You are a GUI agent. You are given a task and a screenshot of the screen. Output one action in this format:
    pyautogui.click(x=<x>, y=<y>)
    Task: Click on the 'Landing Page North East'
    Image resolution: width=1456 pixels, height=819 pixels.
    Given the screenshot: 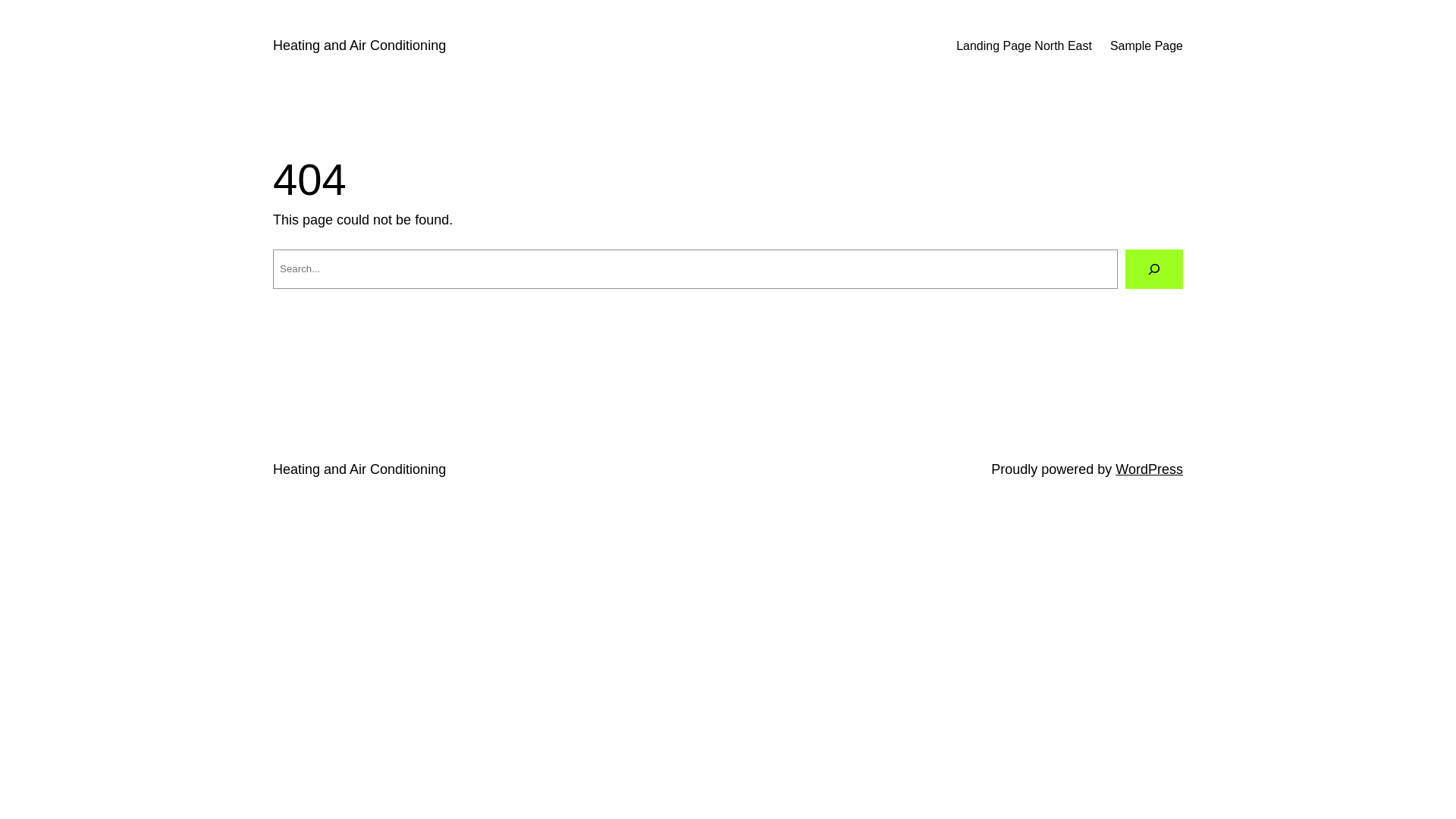 What is the action you would take?
    pyautogui.click(x=955, y=45)
    